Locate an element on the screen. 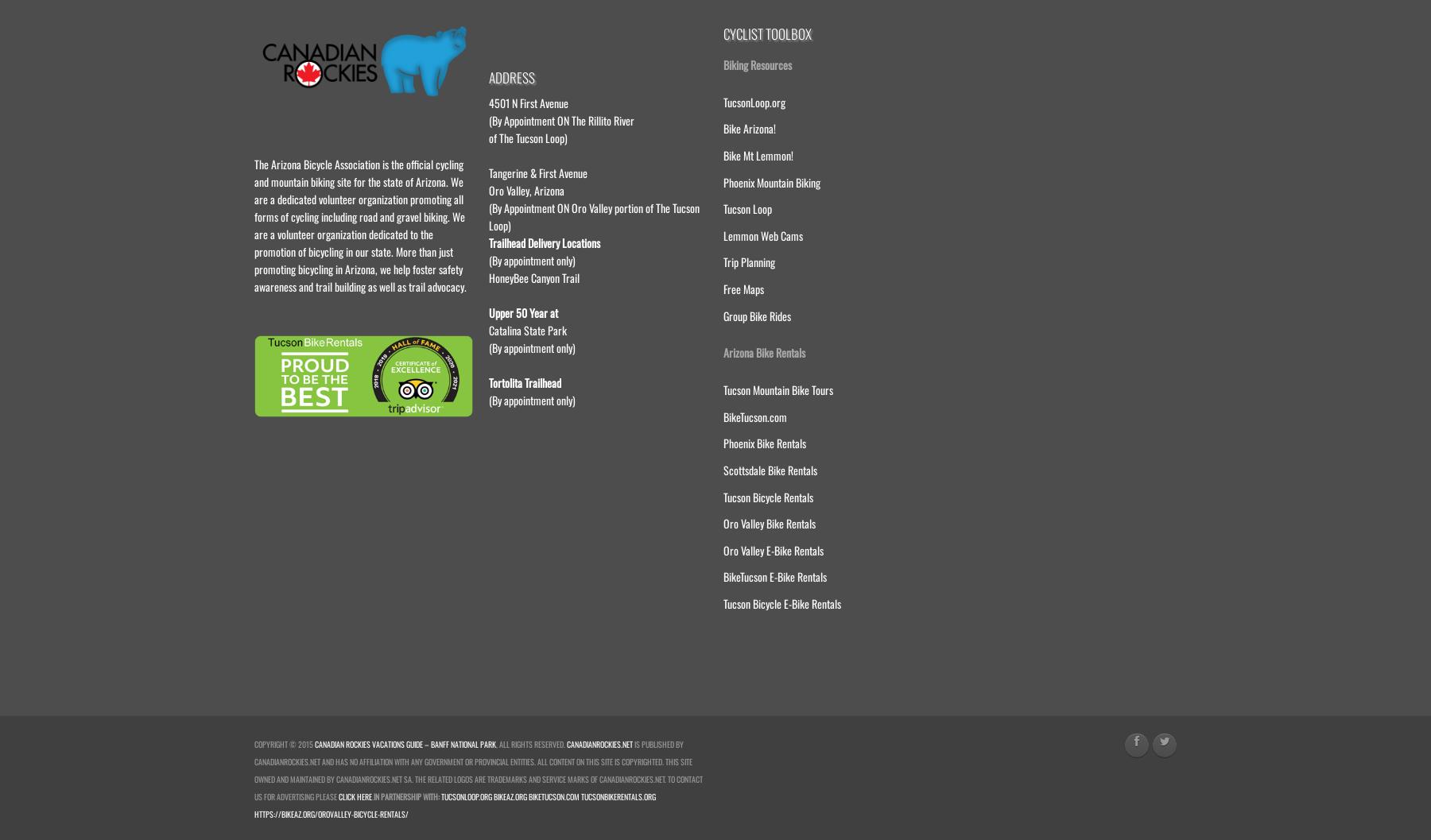 Image resolution: width=1431 pixels, height=840 pixels. 'is published by CanadianRockies.net and has no affiliation with any government or provincial entities. All content on this site is copyrighted. This site owned and maintained by CanadianRockies.net SA. The related logos are trademarks and service marks of CanadianRockies.net. To contact us for advertising please' is located at coordinates (478, 769).